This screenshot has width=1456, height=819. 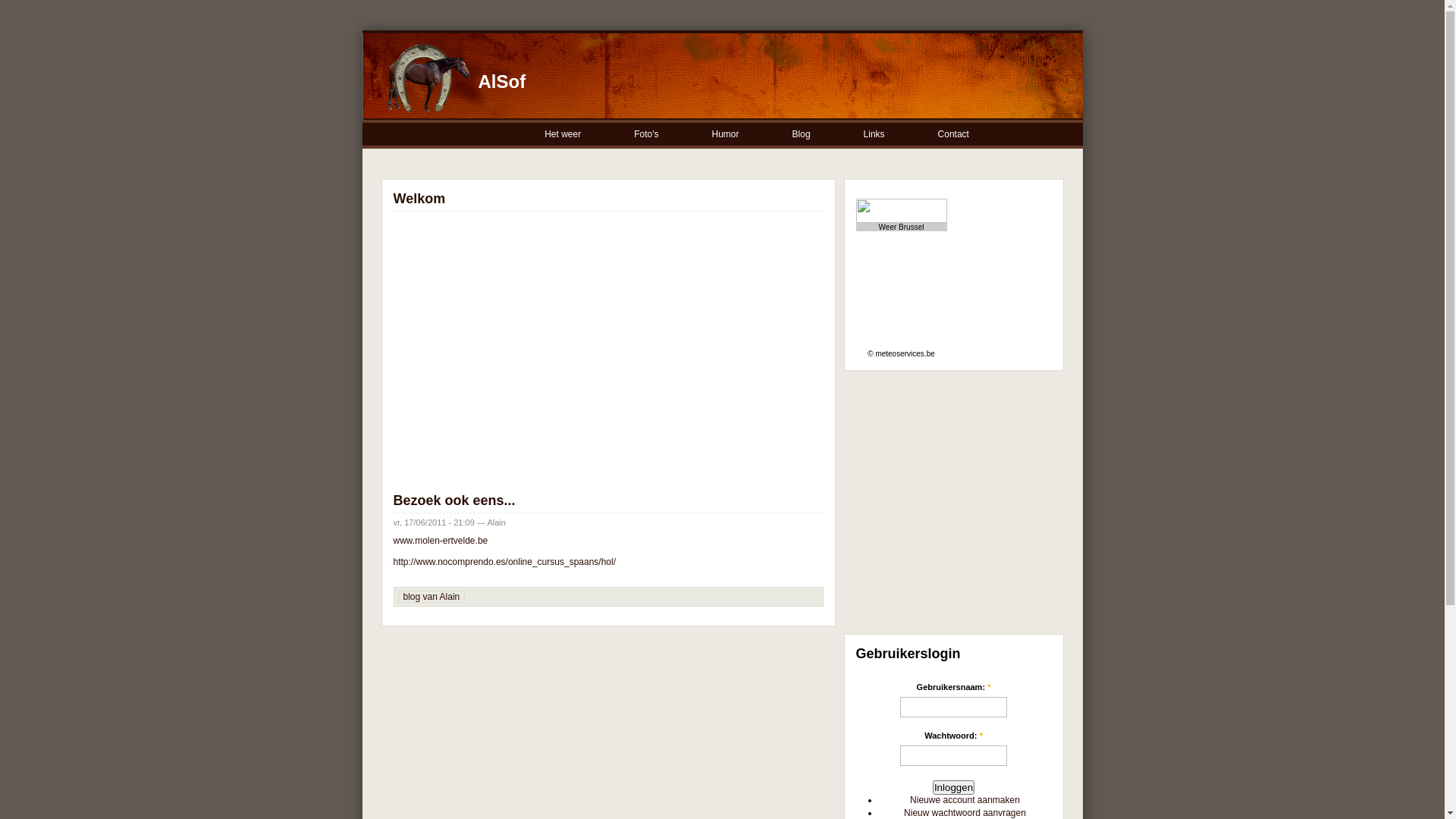 What do you see at coordinates (393, 500) in the screenshot?
I see `'Bezoek ook eens...'` at bounding box center [393, 500].